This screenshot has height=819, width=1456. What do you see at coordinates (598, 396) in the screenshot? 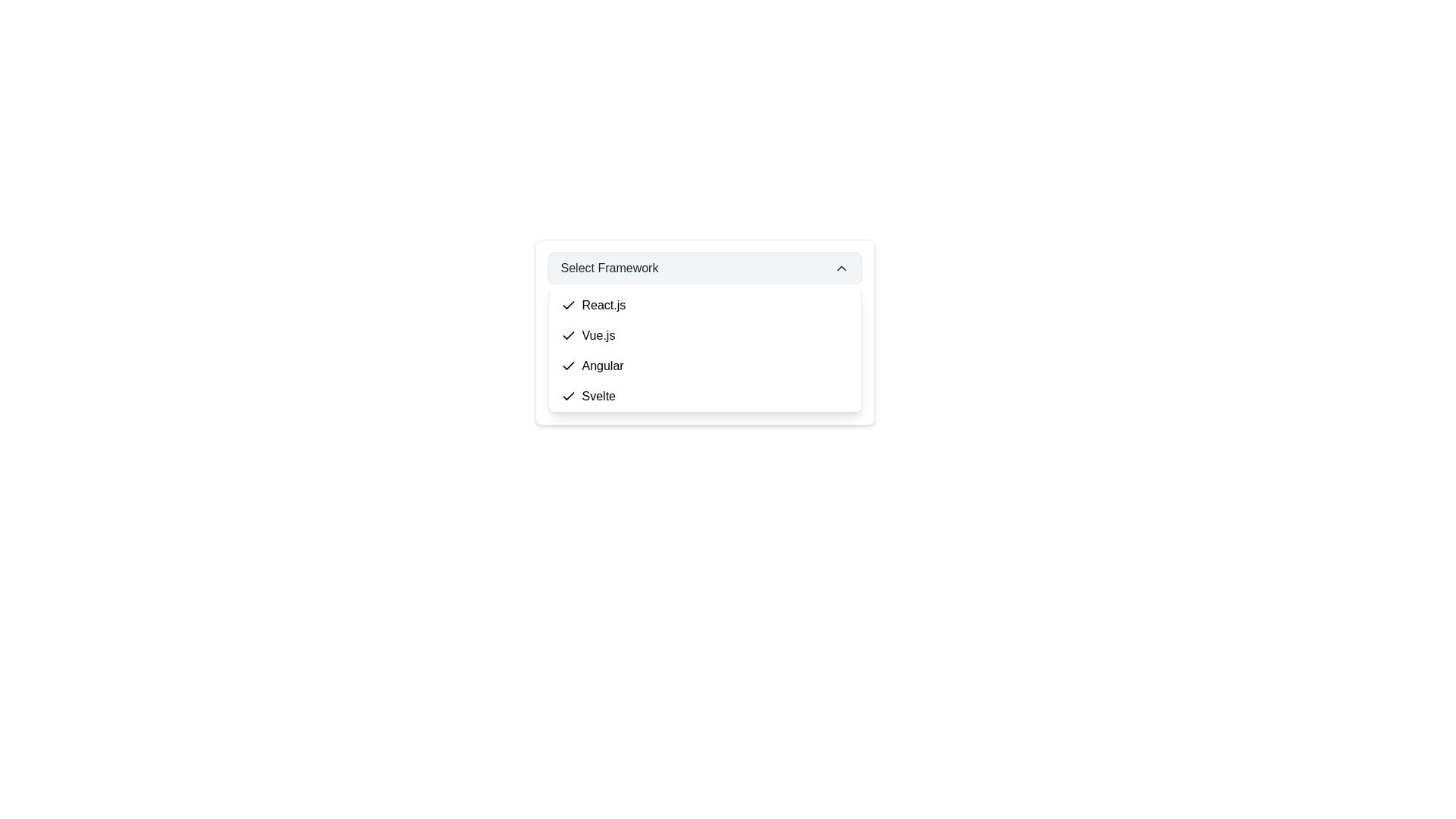
I see `the text label indicating the name of the framework 'Svelte', which is the last item in a vertical list of selectable frameworks in a dropdown menu` at bounding box center [598, 396].